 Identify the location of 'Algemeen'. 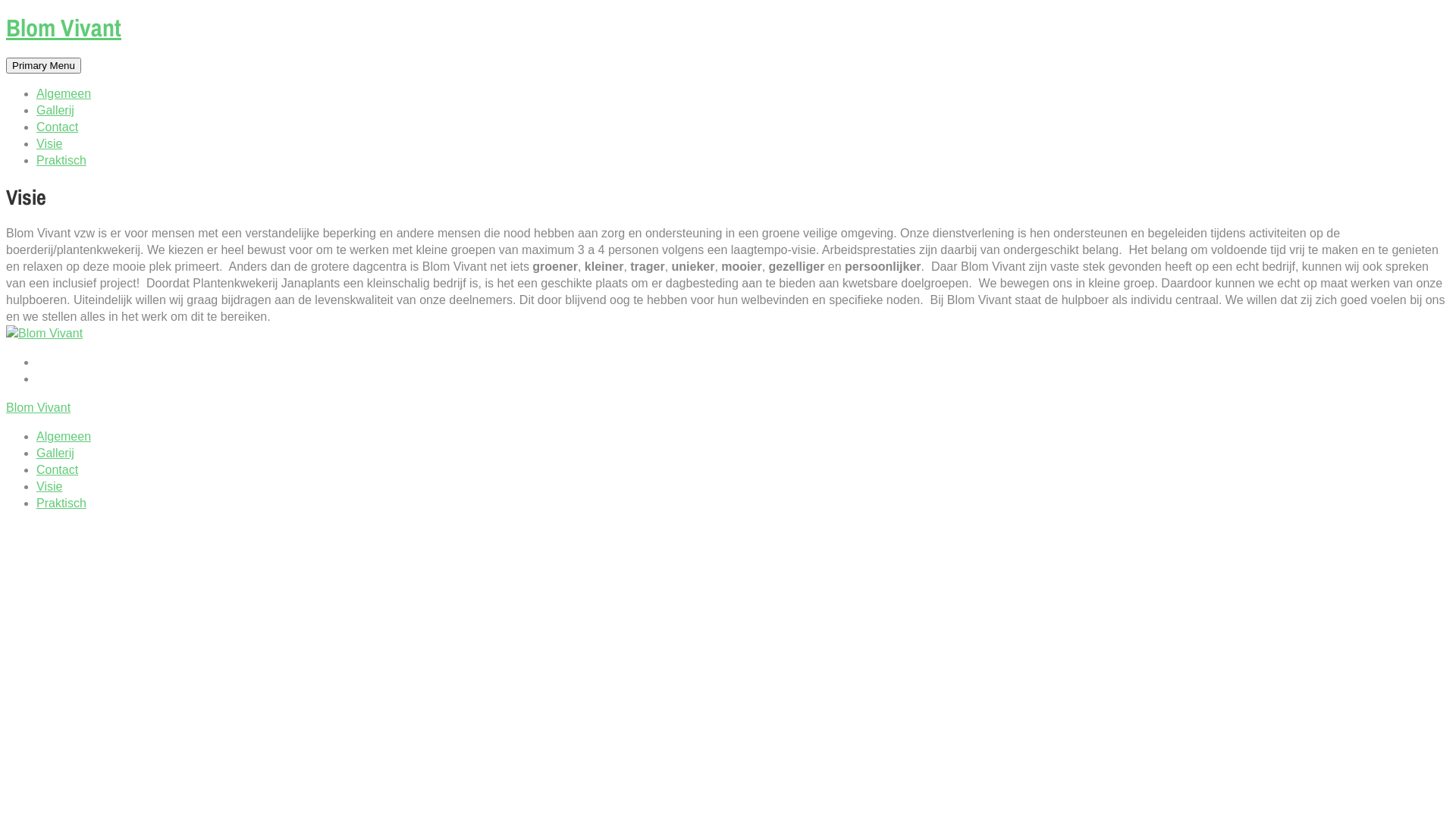
(62, 436).